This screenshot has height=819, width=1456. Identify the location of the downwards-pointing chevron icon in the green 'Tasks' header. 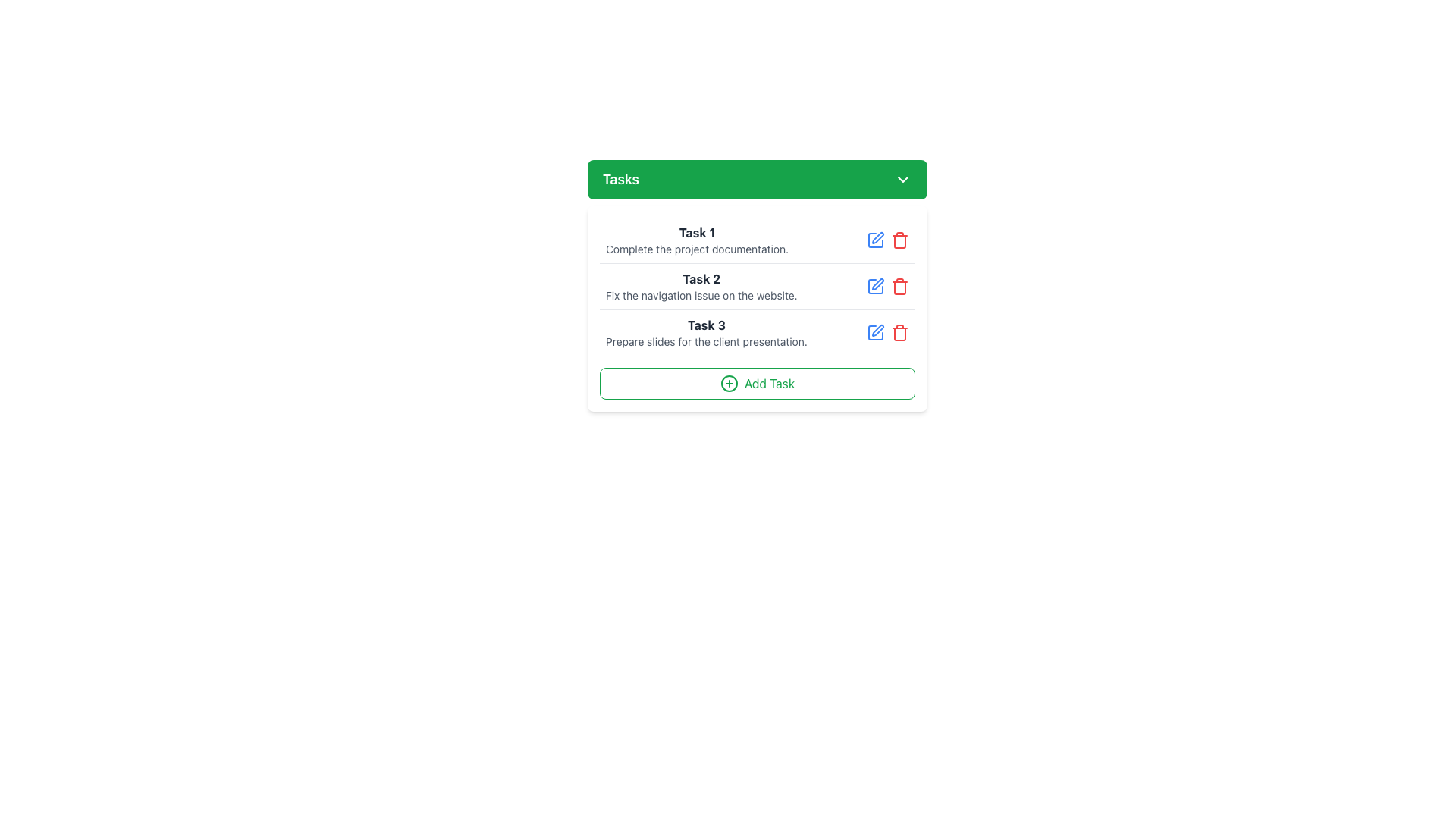
(902, 178).